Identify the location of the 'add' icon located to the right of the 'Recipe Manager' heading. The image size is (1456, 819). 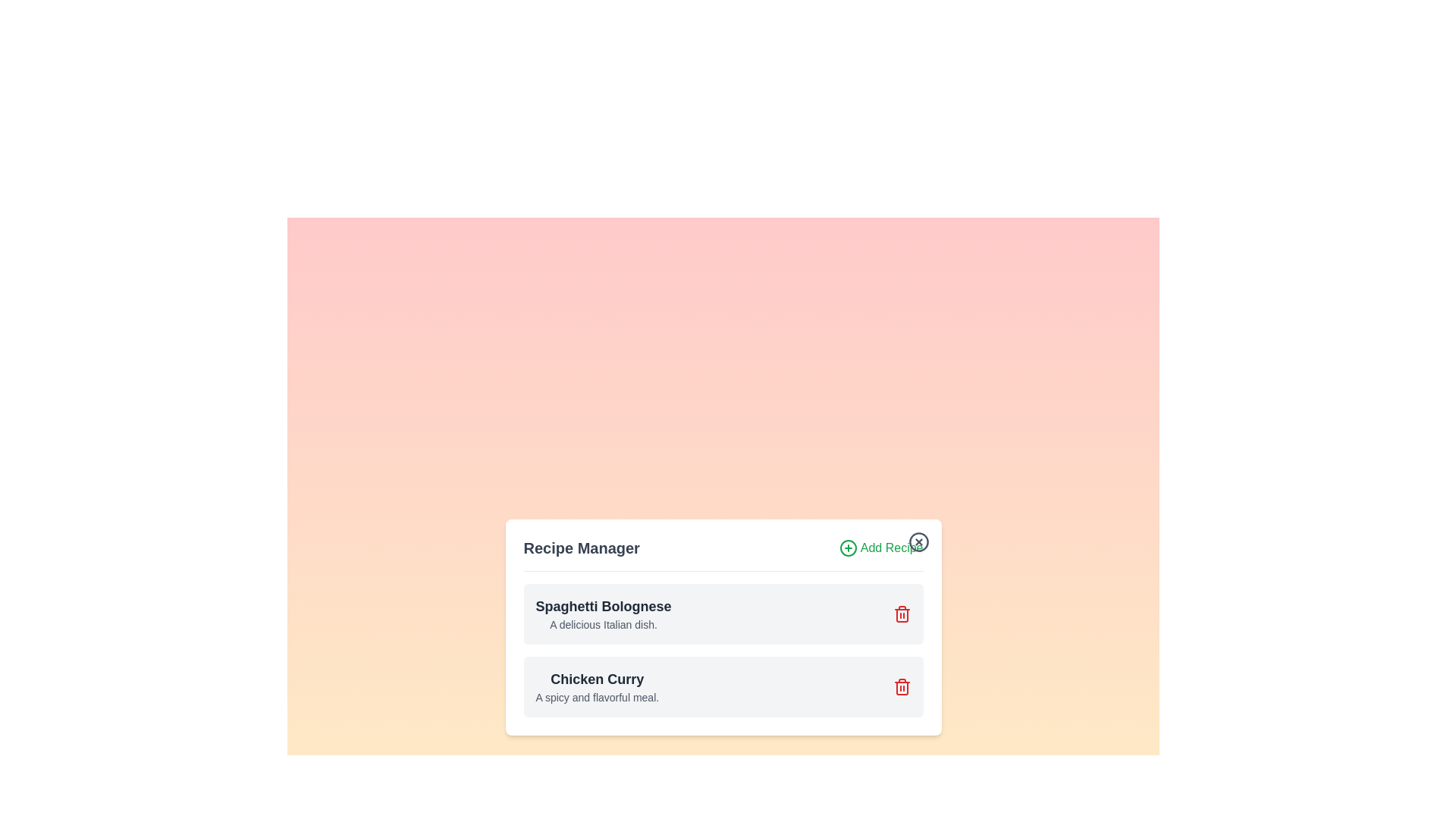
(847, 548).